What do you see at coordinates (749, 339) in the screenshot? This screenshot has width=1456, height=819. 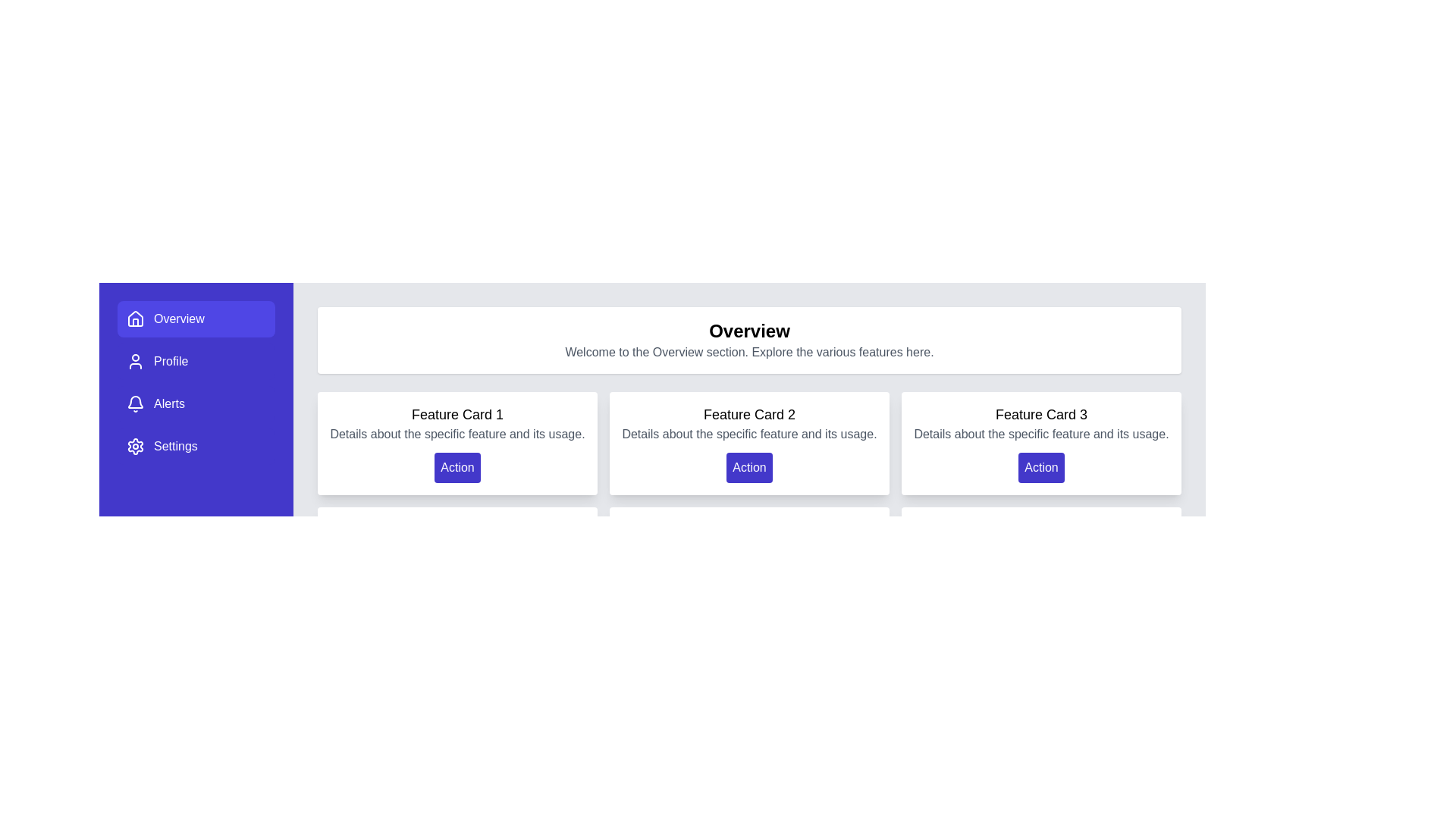 I see `the 'Overview' section, which is a white rectangular area with rounded corners containing a bold title and a description paragraph, centrally located above the feature cards` at bounding box center [749, 339].